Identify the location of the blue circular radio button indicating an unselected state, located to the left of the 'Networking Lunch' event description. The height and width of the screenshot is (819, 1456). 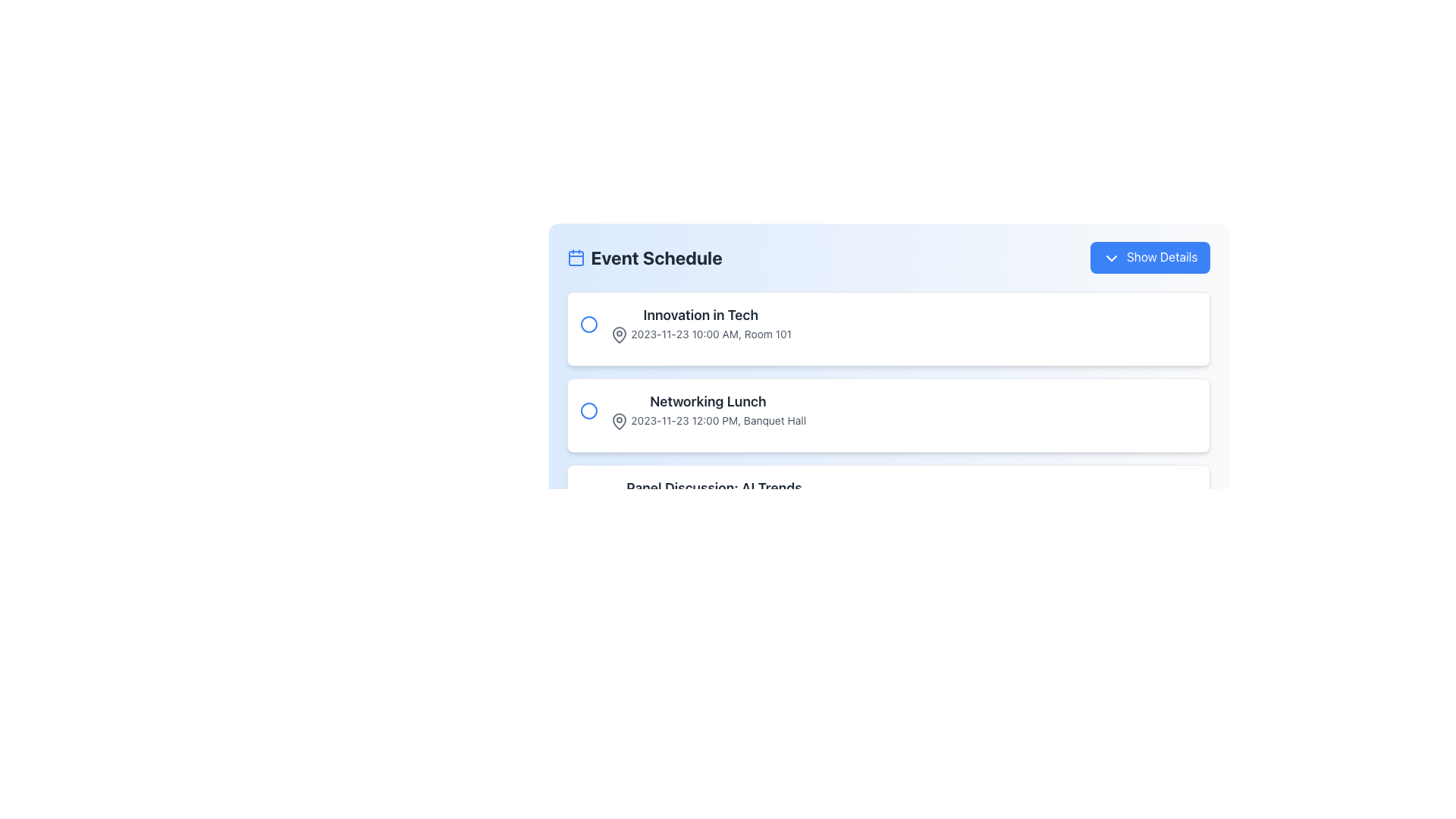
(588, 410).